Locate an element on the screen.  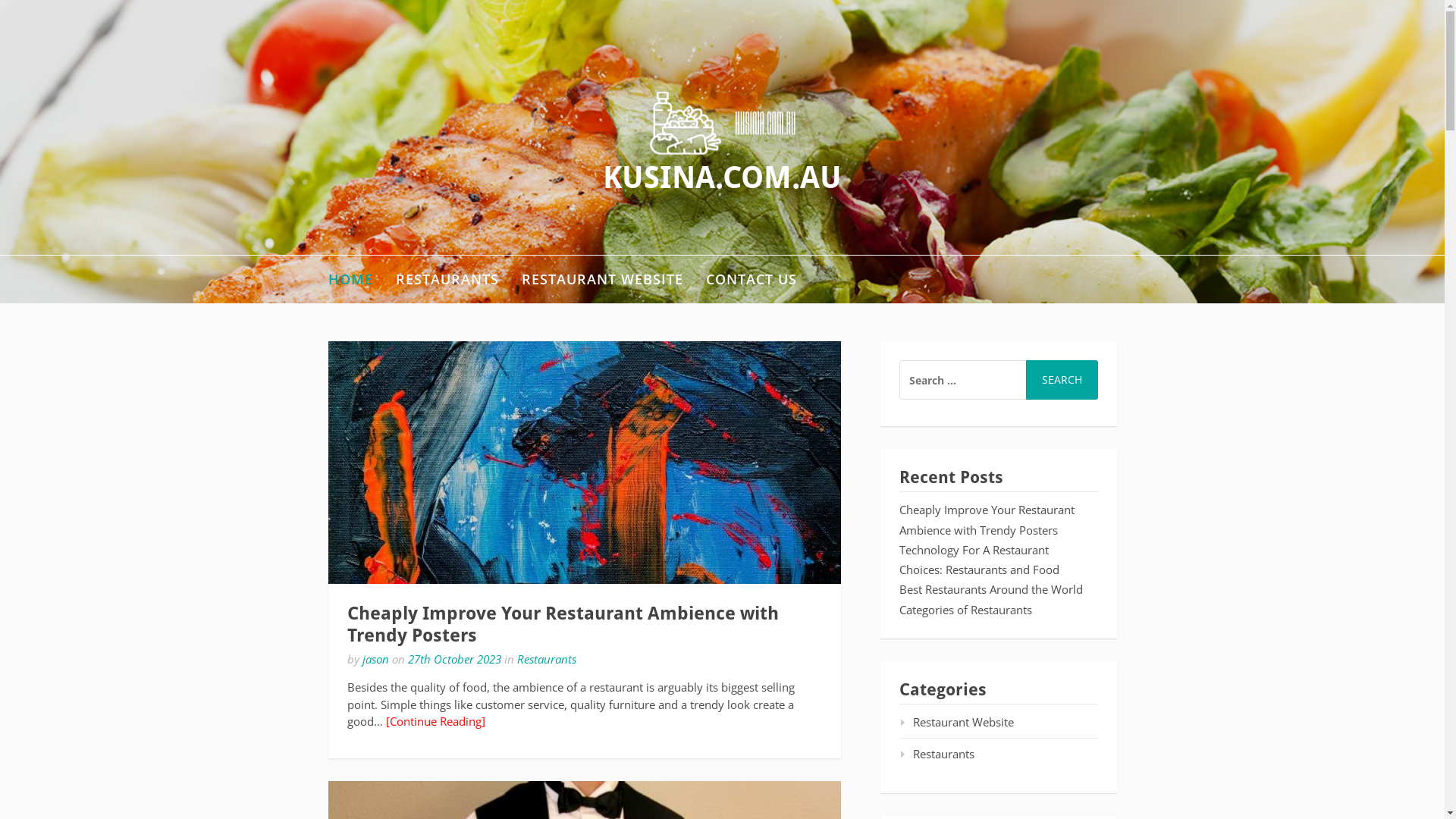
'[Continue Reading]' is located at coordinates (385, 720).